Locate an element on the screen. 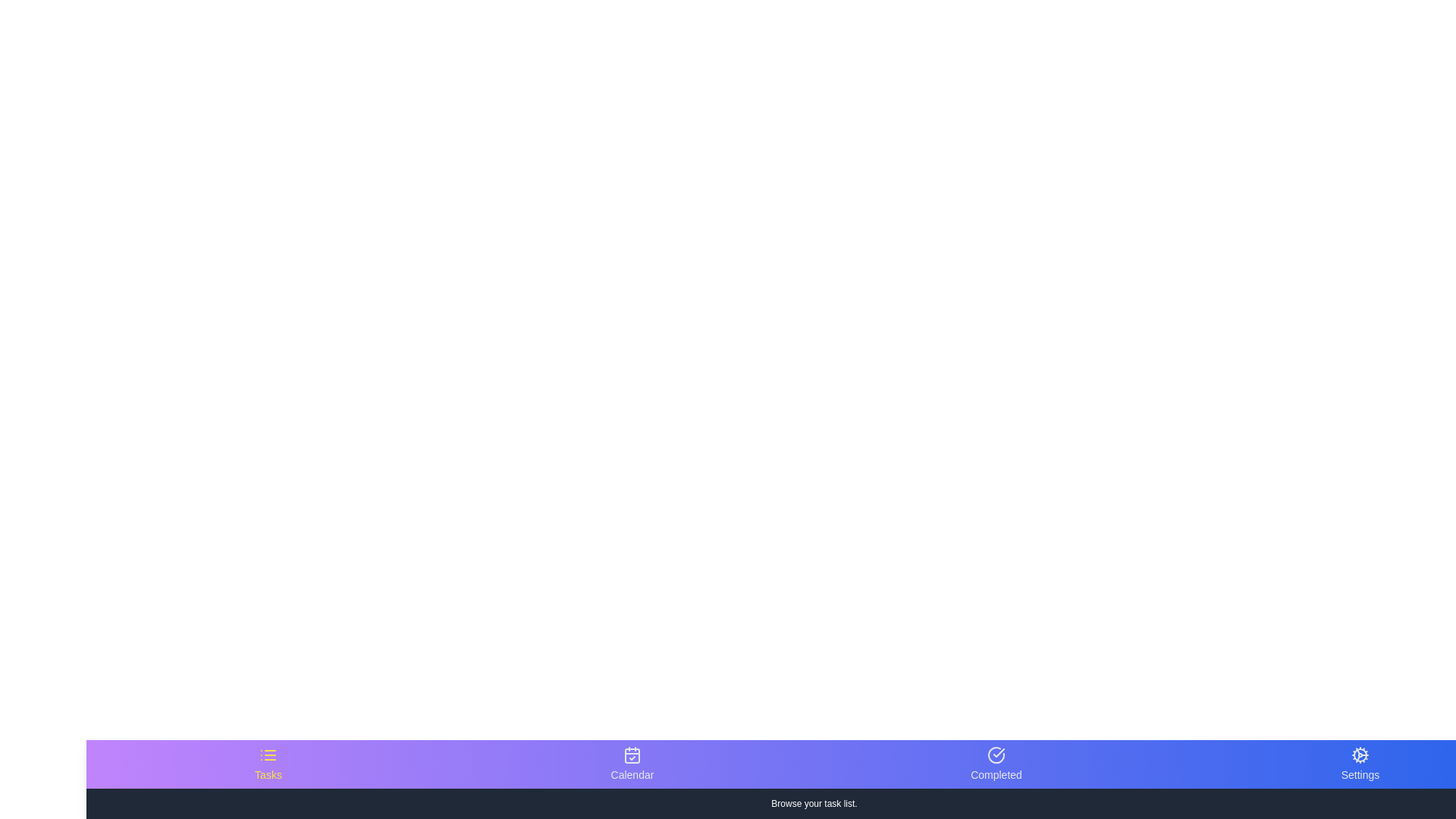  the Settings tab is located at coordinates (1360, 764).